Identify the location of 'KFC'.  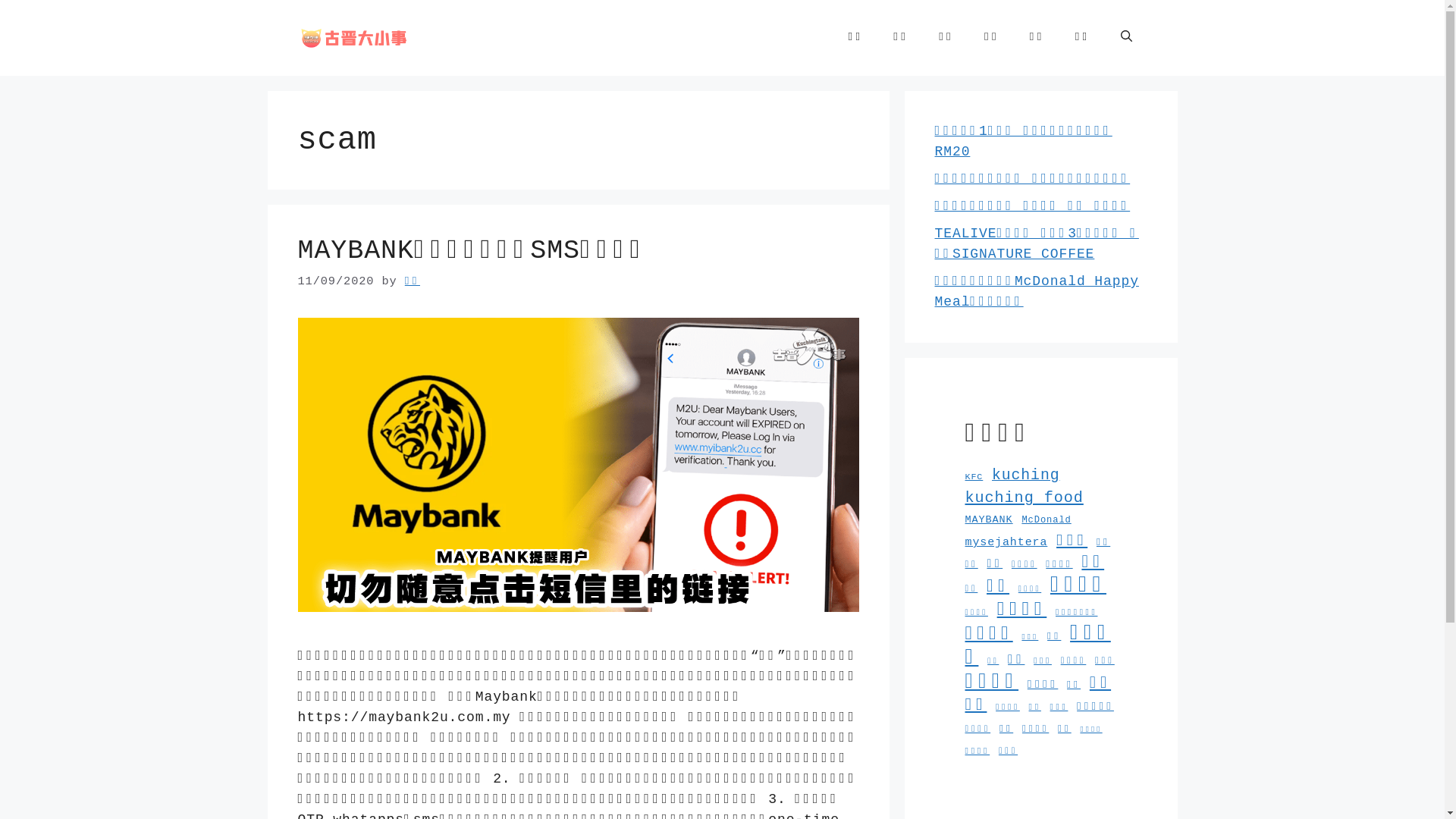
(973, 475).